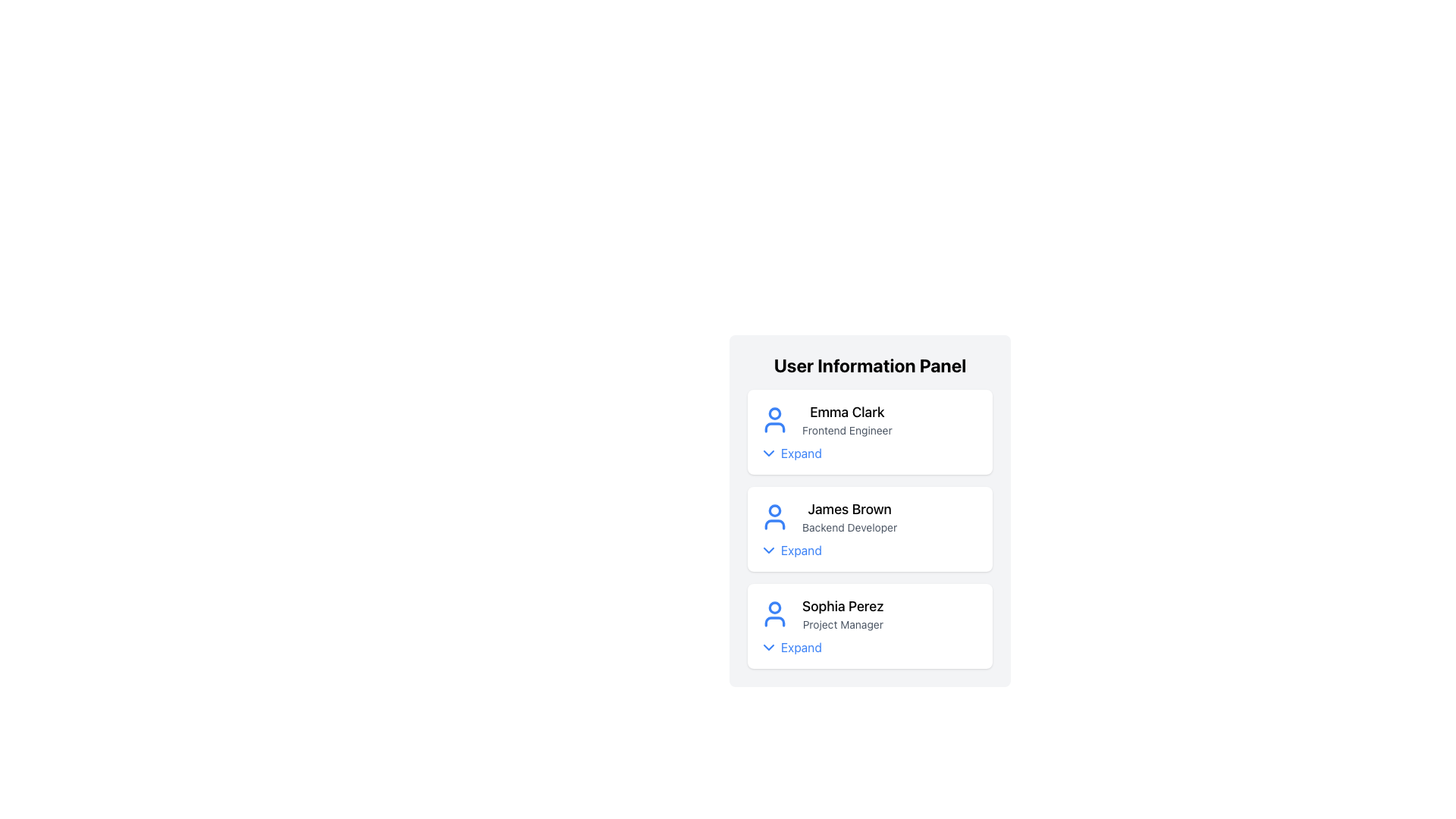 The width and height of the screenshot is (1456, 819). I want to click on the text label indicating the role or position of the user 'Sophia Perez' within the user information card, located beneath the title 'Sophia Perez' and above the 'Expand' option, so click(842, 625).